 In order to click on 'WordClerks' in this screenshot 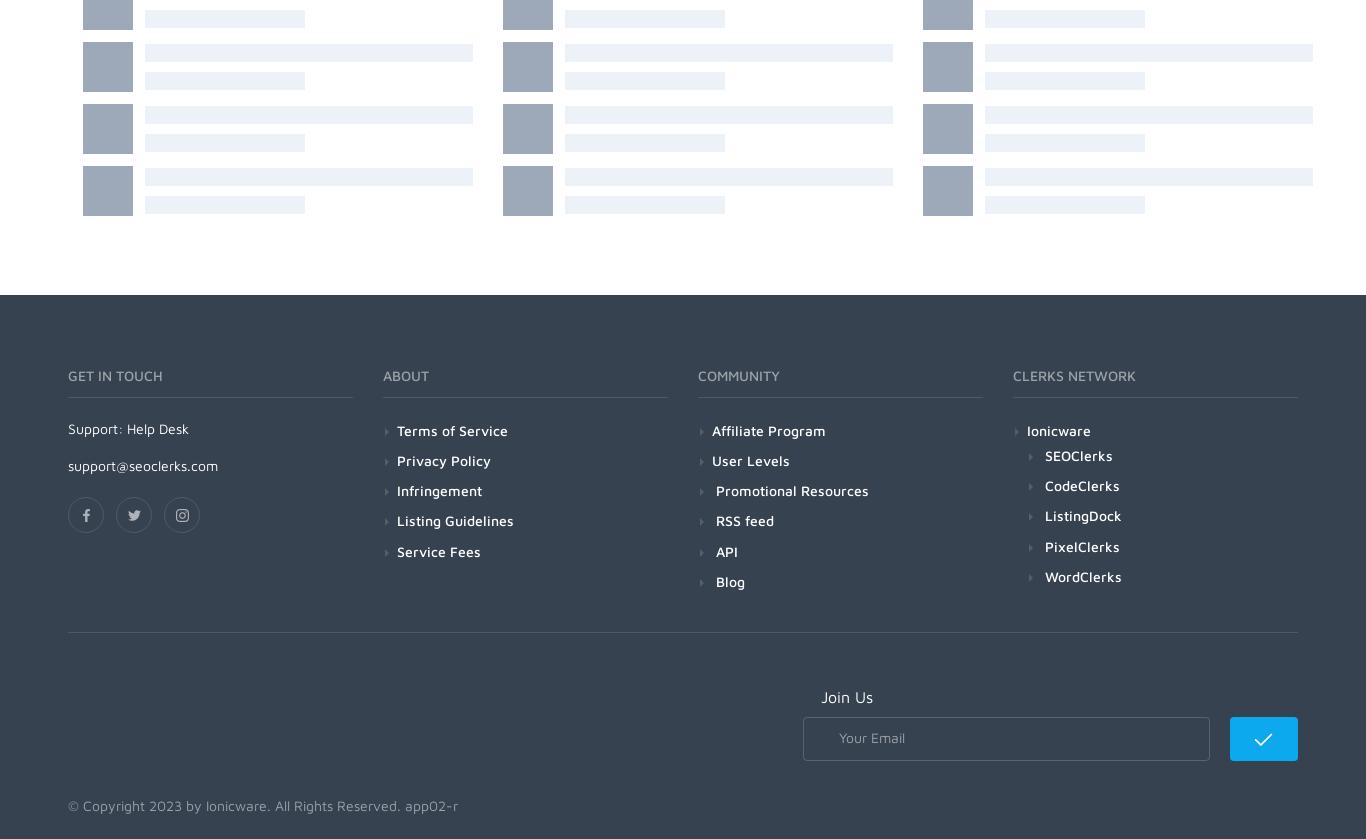, I will do `click(1043, 574)`.